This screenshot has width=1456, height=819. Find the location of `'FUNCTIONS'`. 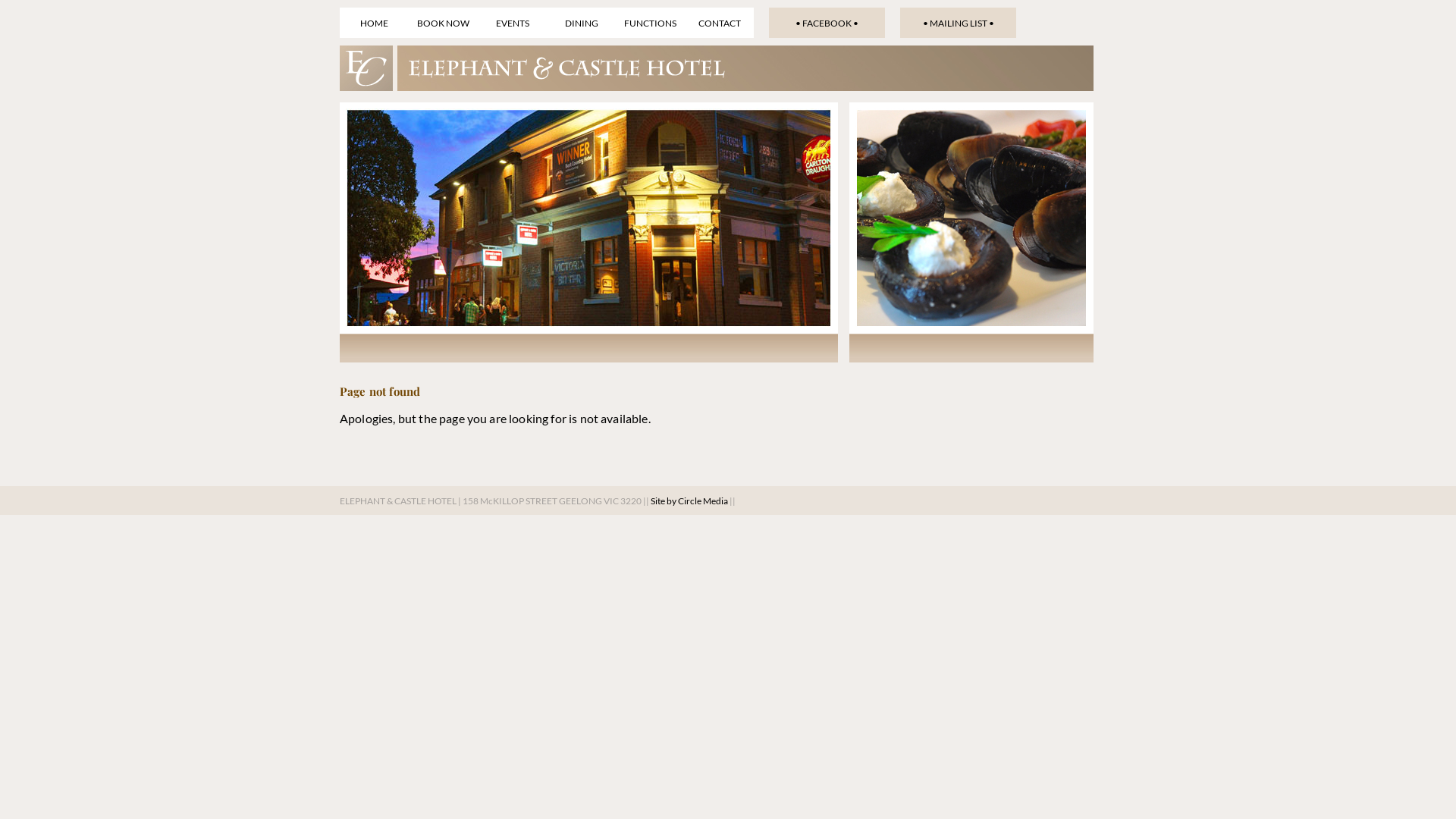

'FUNCTIONS' is located at coordinates (650, 23).